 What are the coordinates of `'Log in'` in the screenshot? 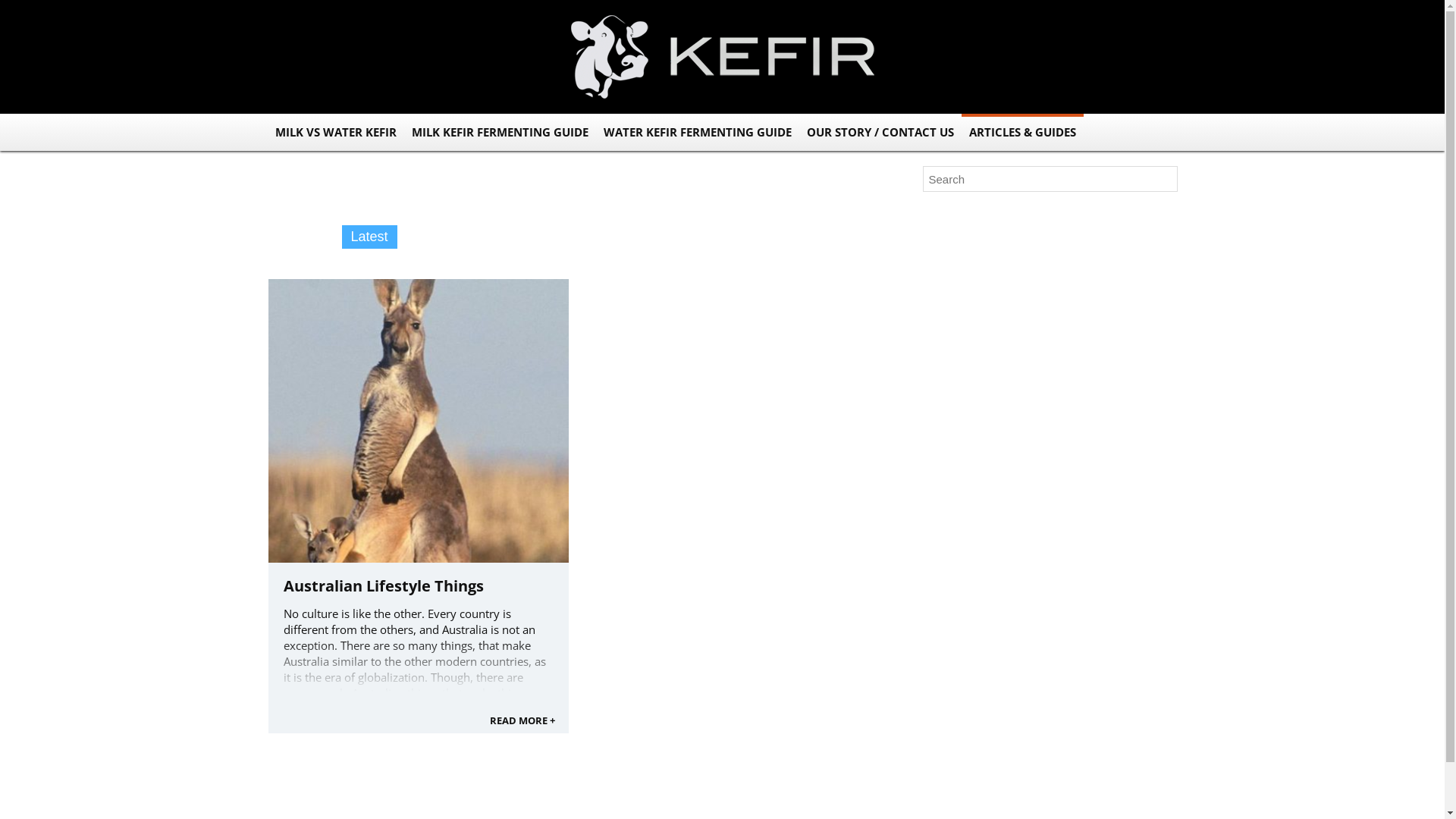 It's located at (921, 518).